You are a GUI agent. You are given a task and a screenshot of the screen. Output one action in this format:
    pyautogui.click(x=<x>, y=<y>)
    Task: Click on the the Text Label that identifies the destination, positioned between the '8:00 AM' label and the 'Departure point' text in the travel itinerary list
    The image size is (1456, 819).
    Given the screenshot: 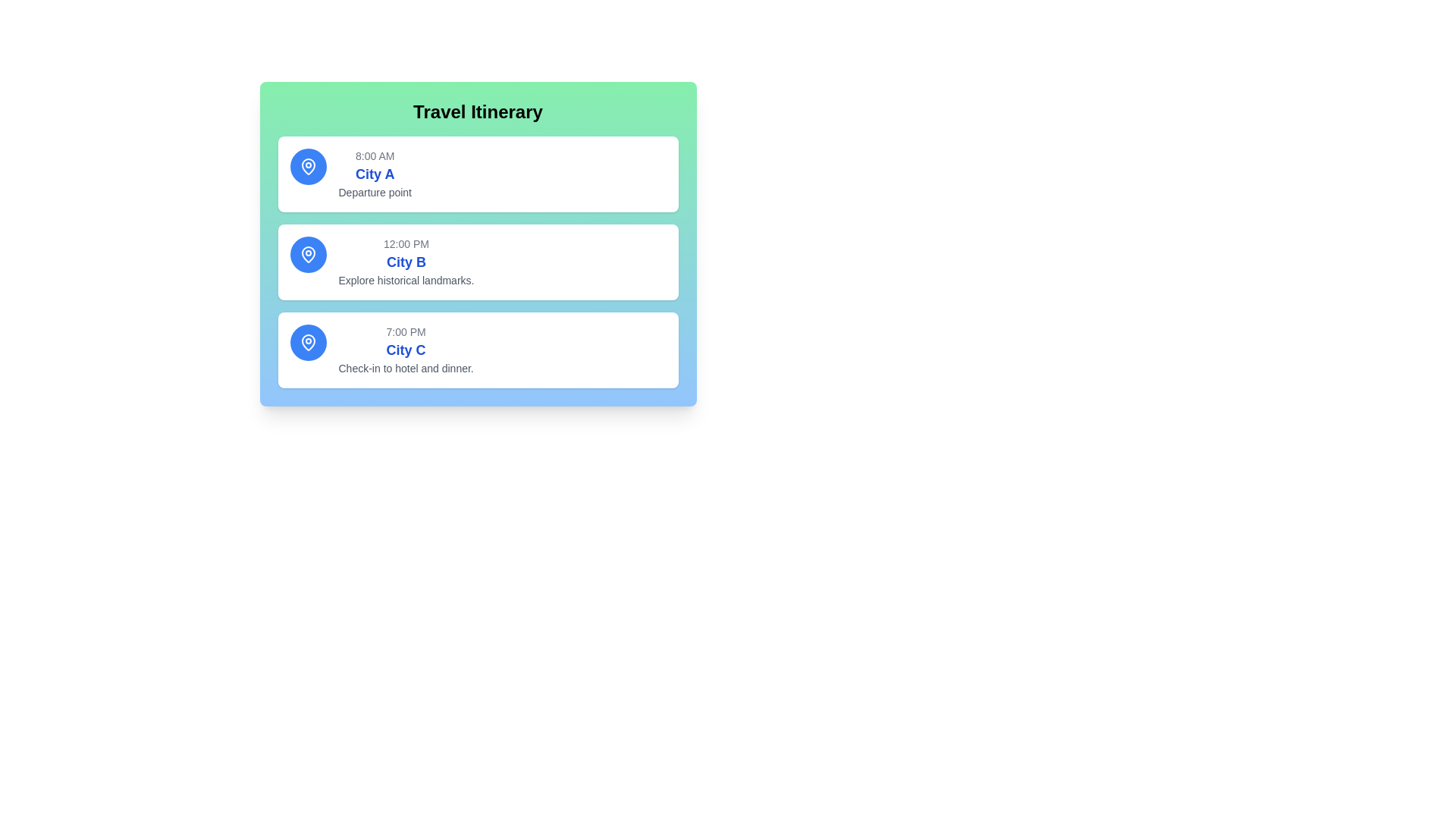 What is the action you would take?
    pyautogui.click(x=375, y=174)
    